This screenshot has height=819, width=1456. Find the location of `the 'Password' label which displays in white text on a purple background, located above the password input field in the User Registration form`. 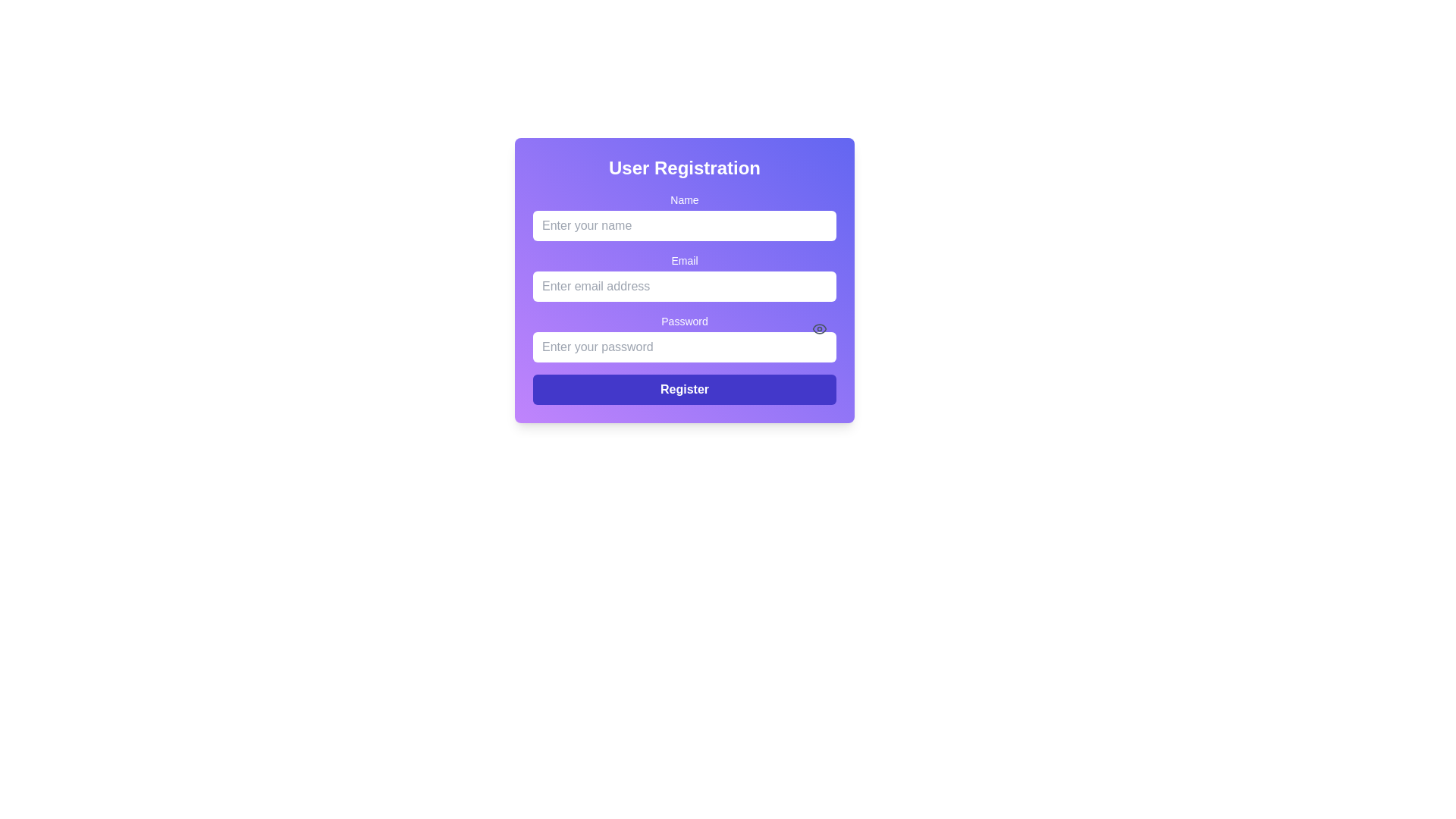

the 'Password' label which displays in white text on a purple background, located above the password input field in the User Registration form is located at coordinates (683, 321).